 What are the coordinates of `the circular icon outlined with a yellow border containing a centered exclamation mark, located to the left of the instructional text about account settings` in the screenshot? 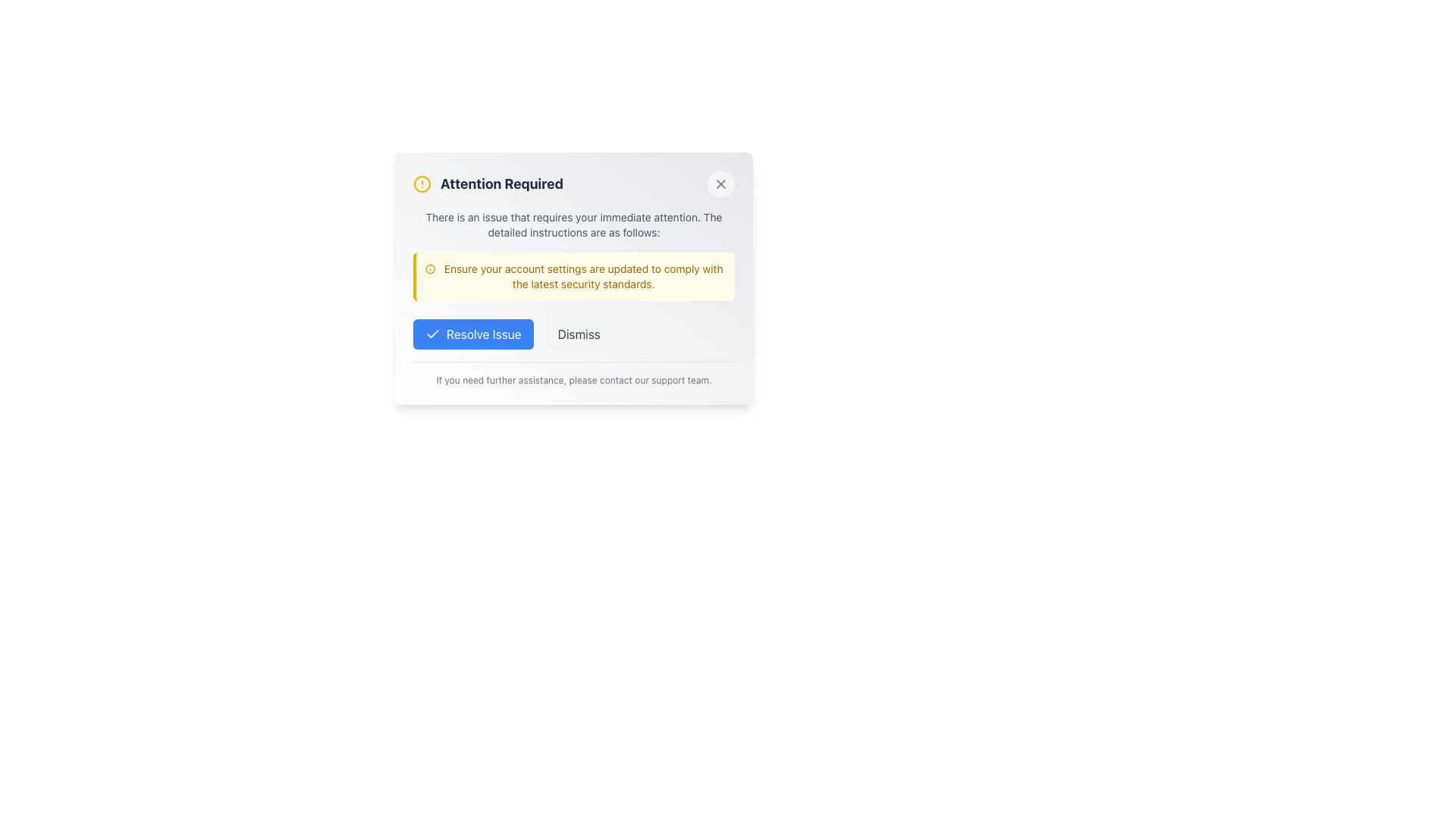 It's located at (429, 268).